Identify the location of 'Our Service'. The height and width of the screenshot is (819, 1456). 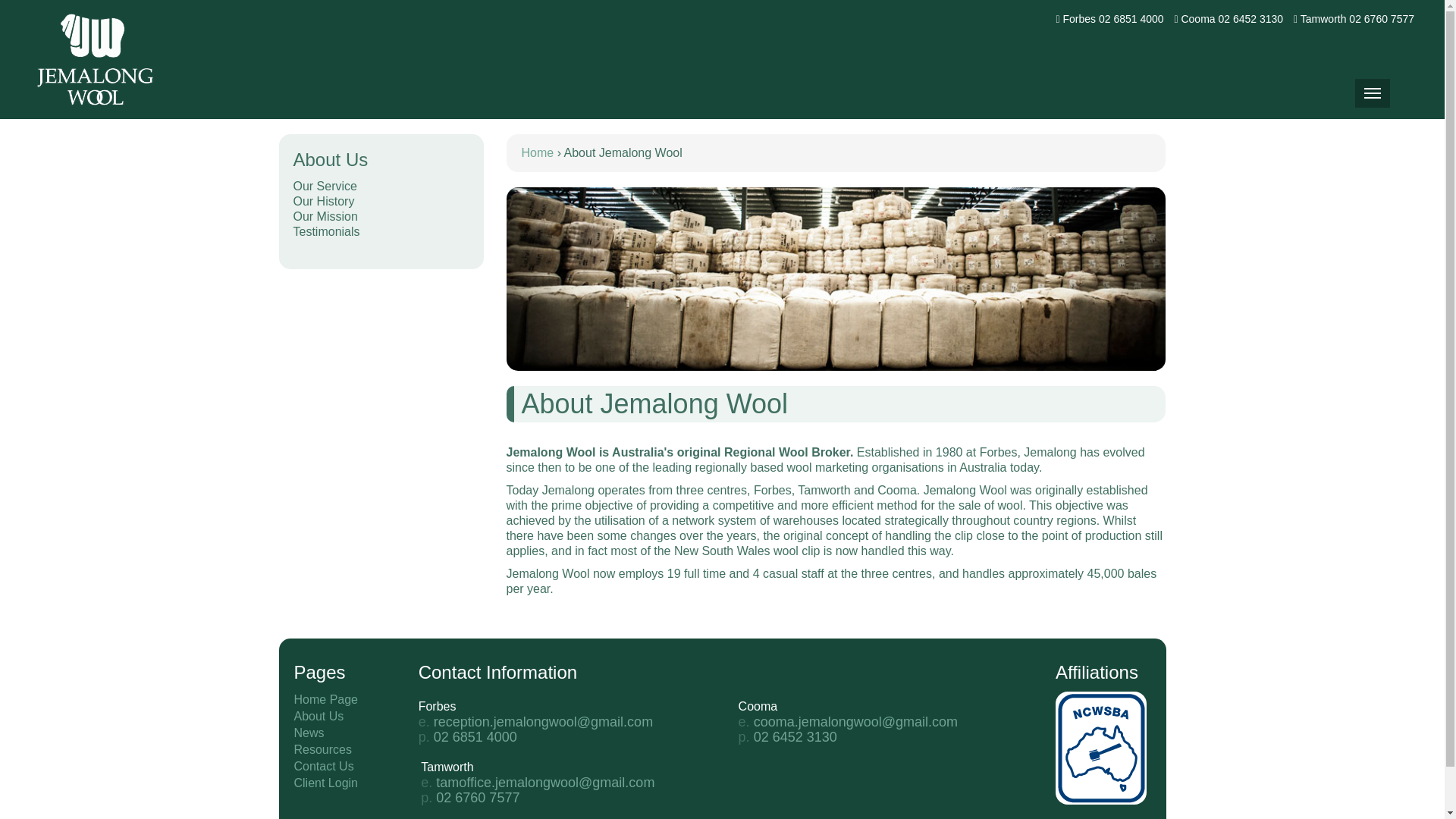
(381, 186).